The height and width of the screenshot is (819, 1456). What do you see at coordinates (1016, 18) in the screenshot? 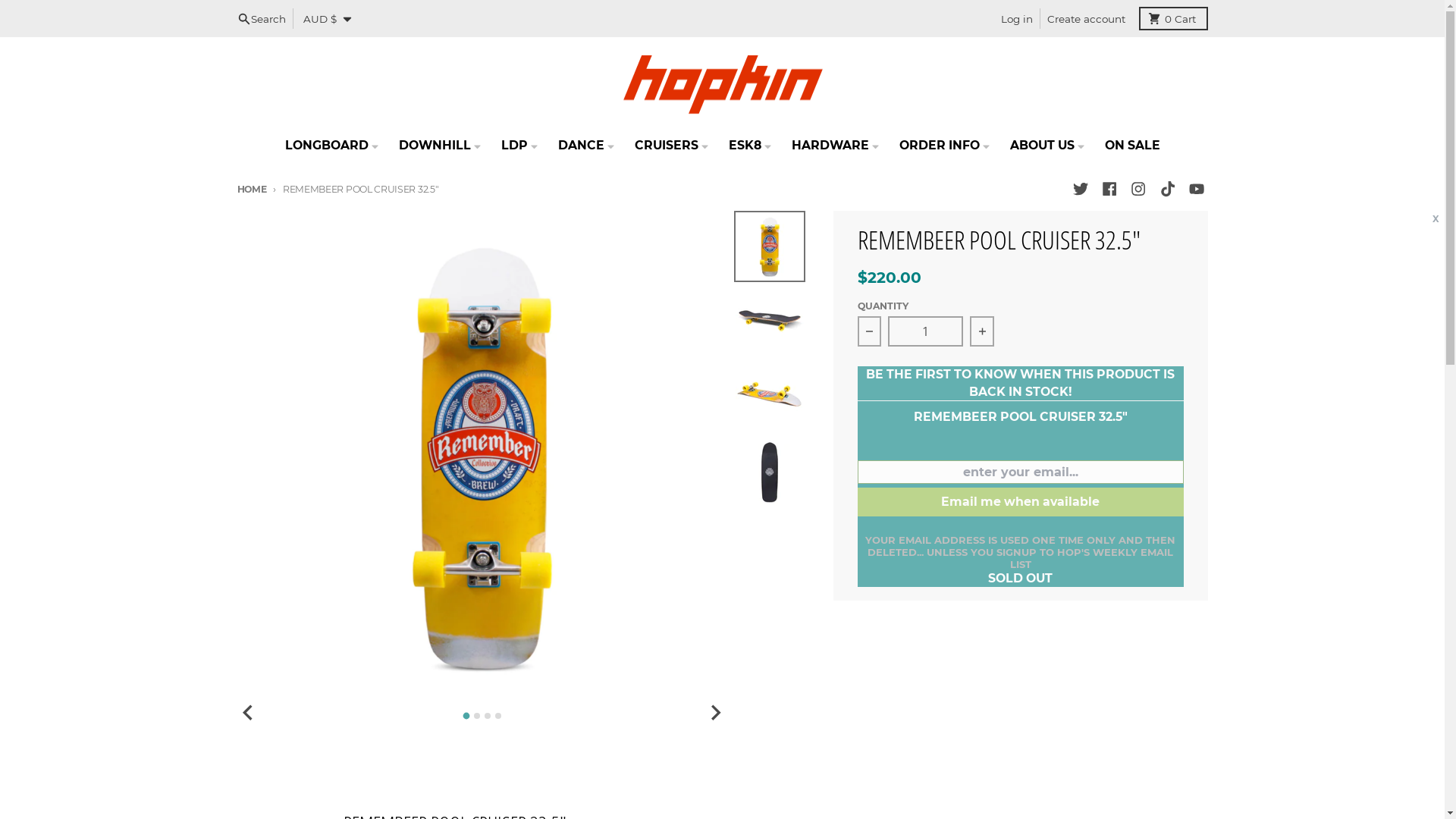
I see `'Log in'` at bounding box center [1016, 18].